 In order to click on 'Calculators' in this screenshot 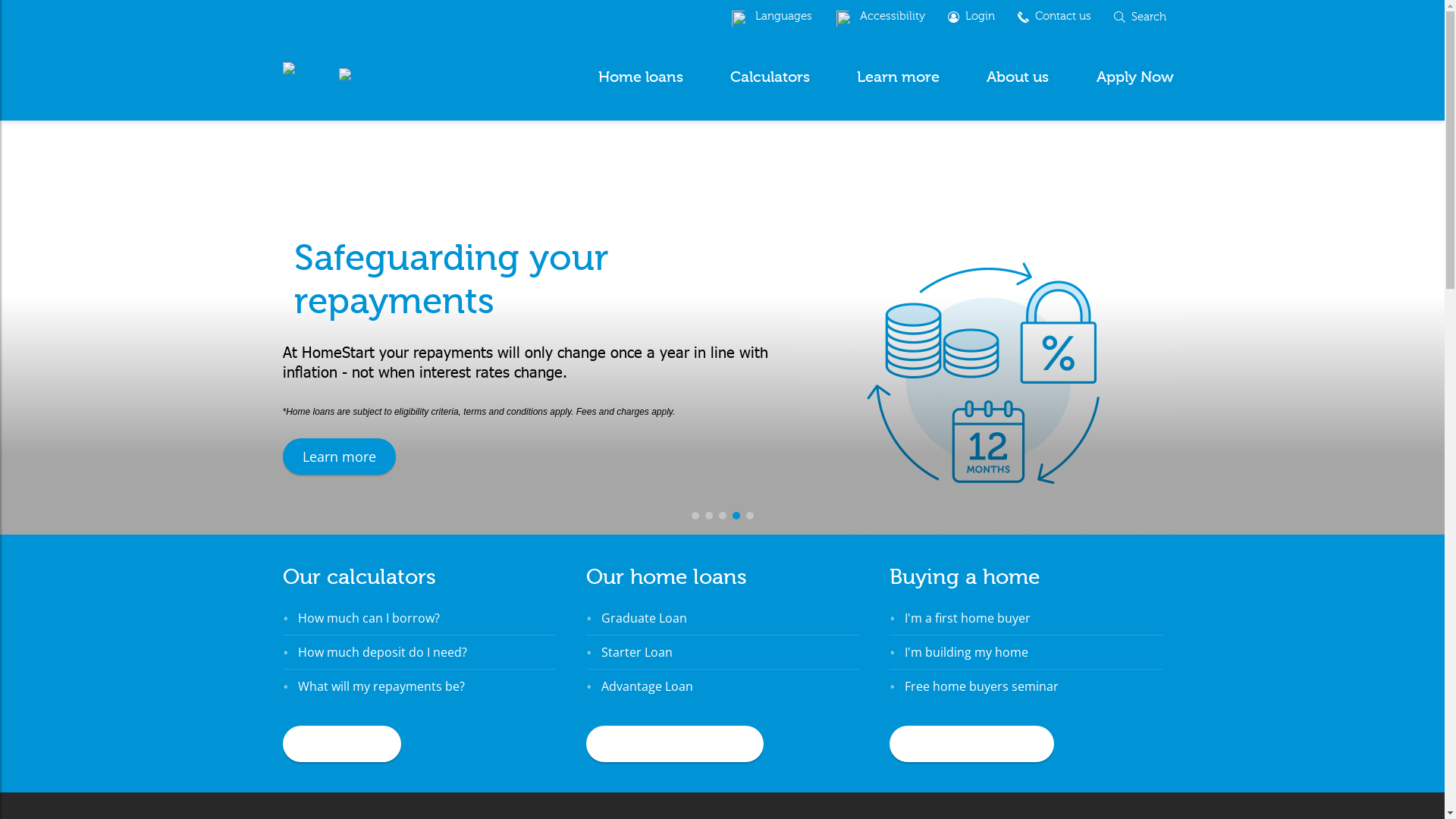, I will do `click(770, 77)`.